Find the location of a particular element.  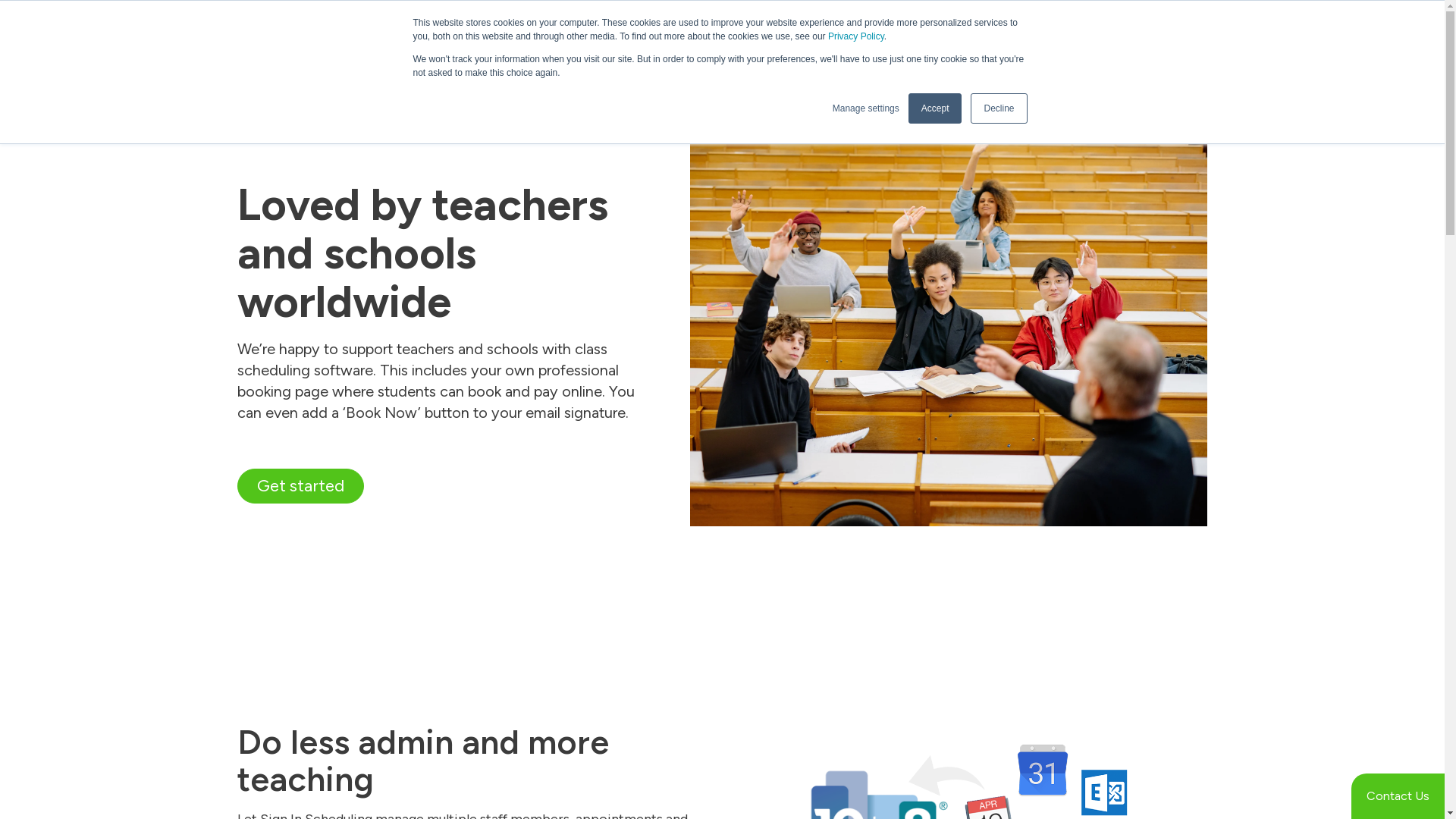

'Solutions' is located at coordinates (745, 76).